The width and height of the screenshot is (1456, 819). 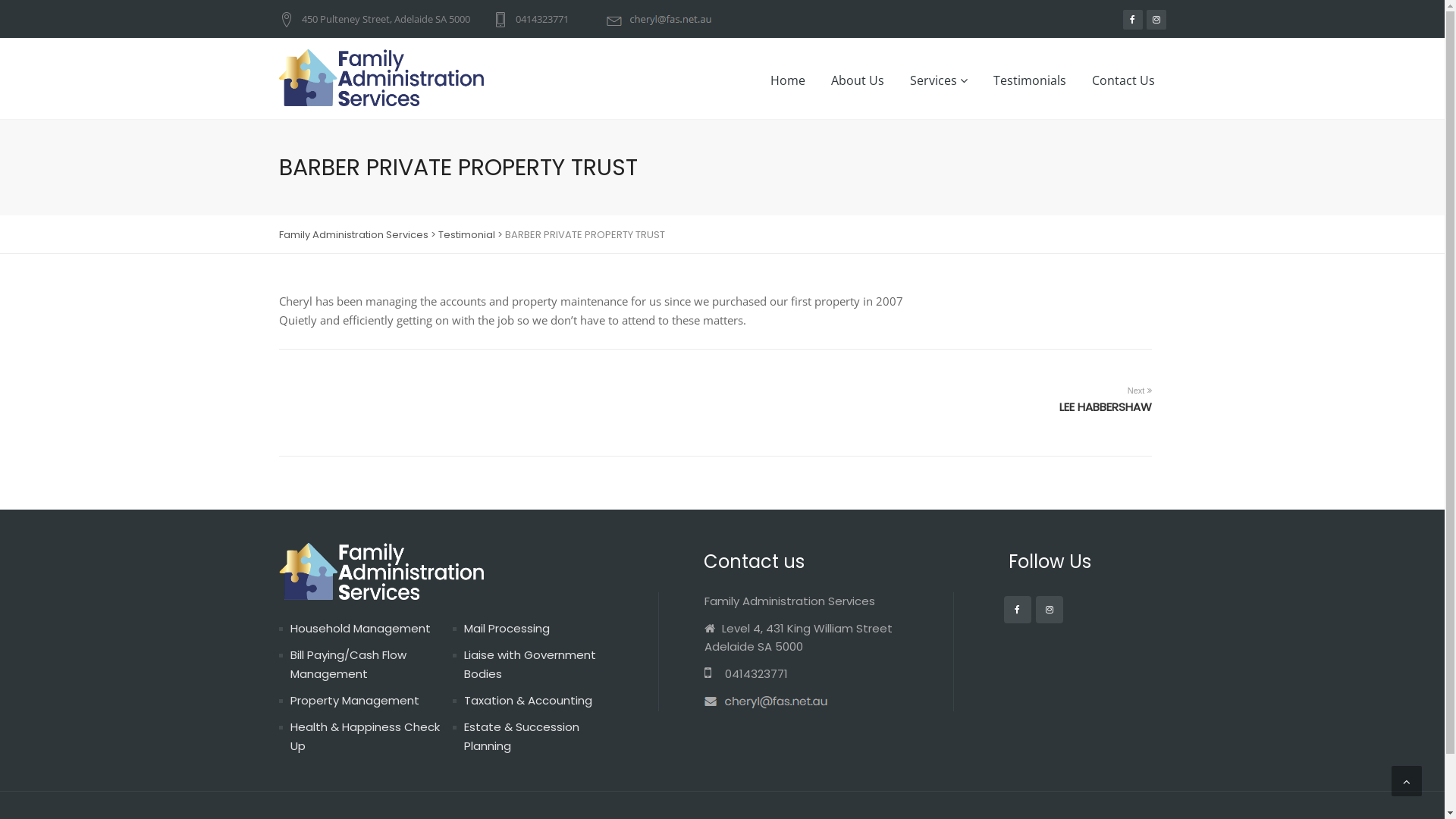 What do you see at coordinates (981, 80) in the screenshot?
I see `'Testimonials'` at bounding box center [981, 80].